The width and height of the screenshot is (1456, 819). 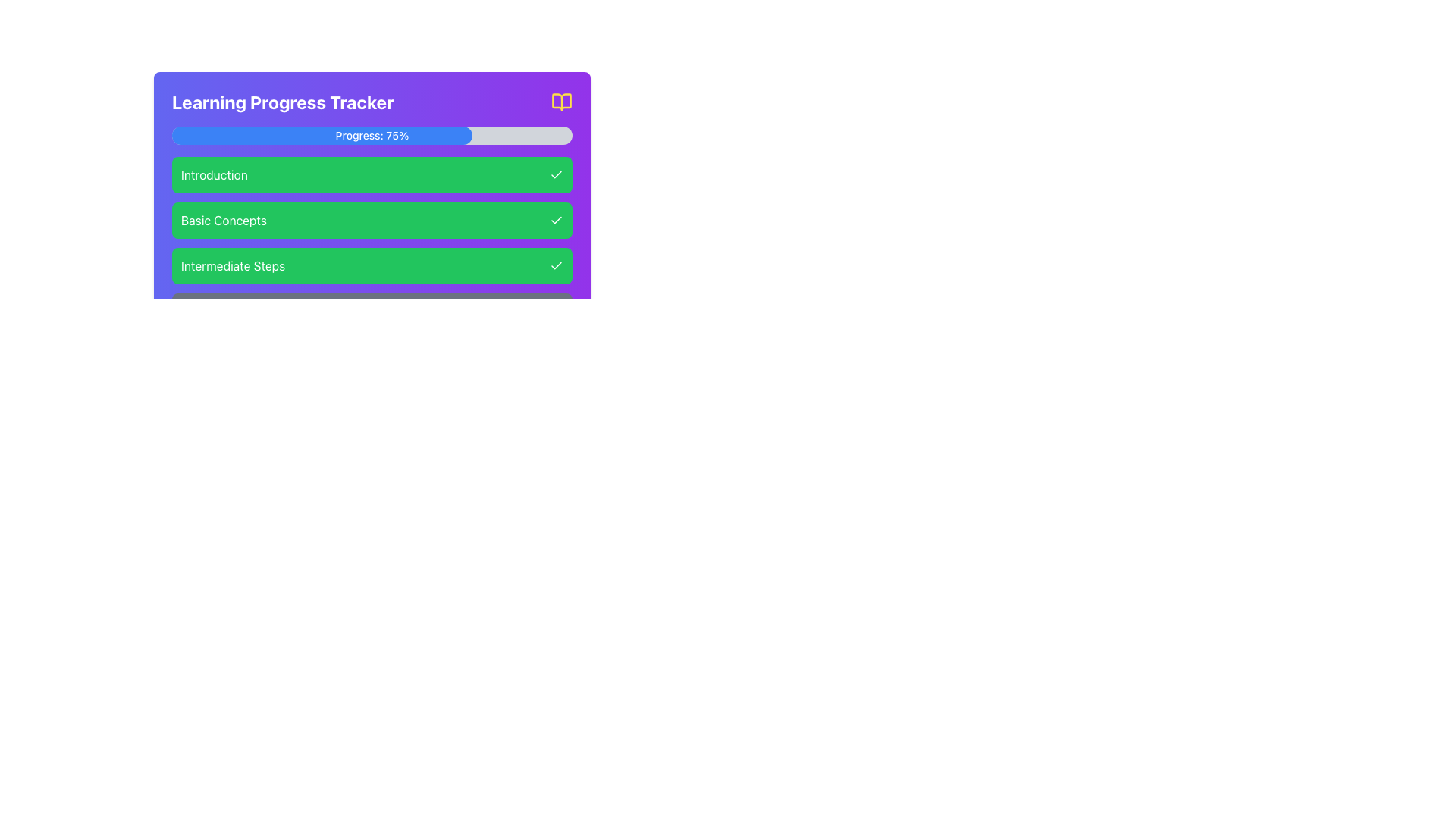 What do you see at coordinates (372, 265) in the screenshot?
I see `the 'Intermediate Steps' milestone indicator, which is the third block in a vertical series of four, indicating its completion with a tick mark` at bounding box center [372, 265].